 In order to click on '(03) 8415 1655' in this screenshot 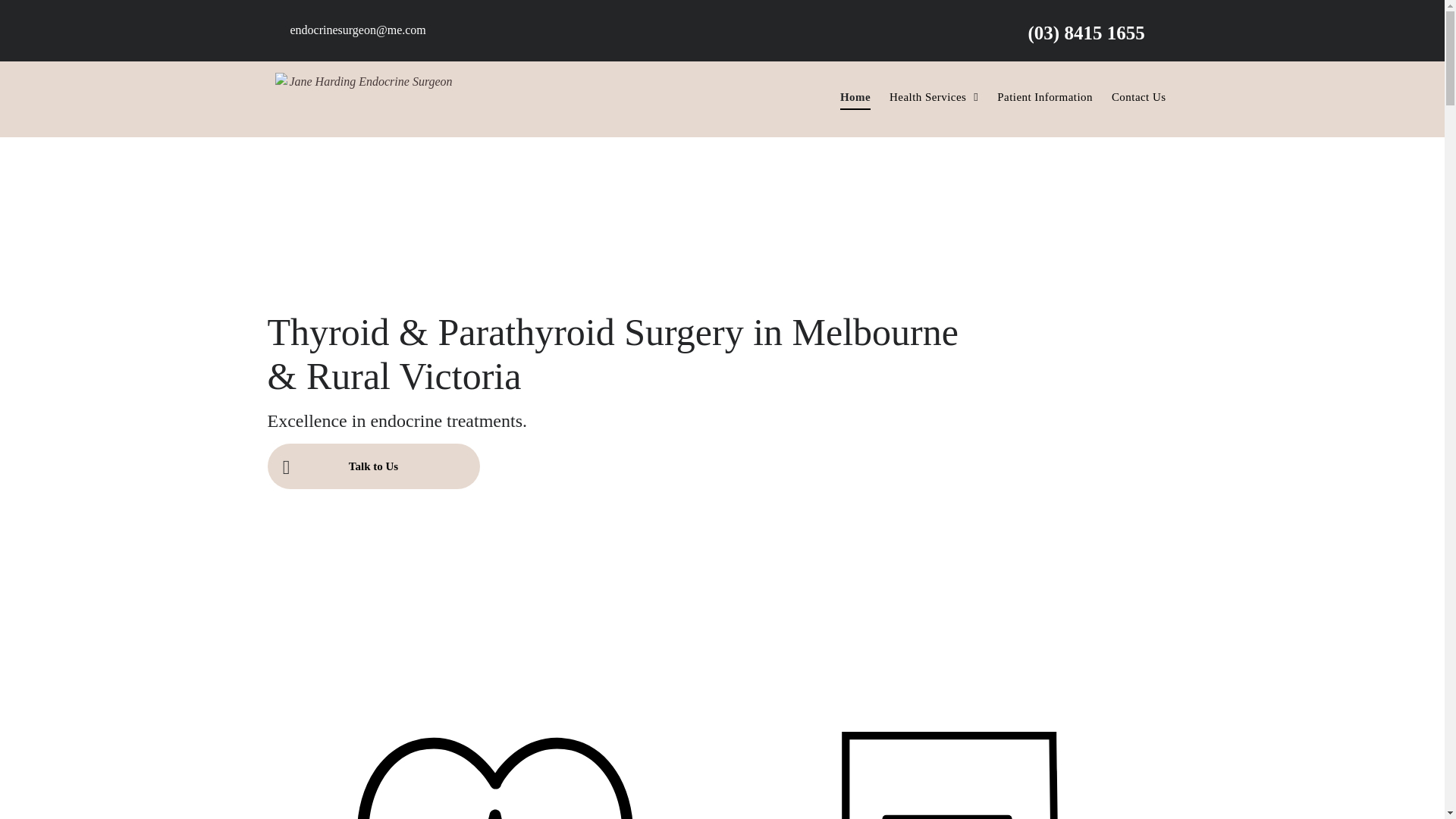, I will do `click(1086, 33)`.